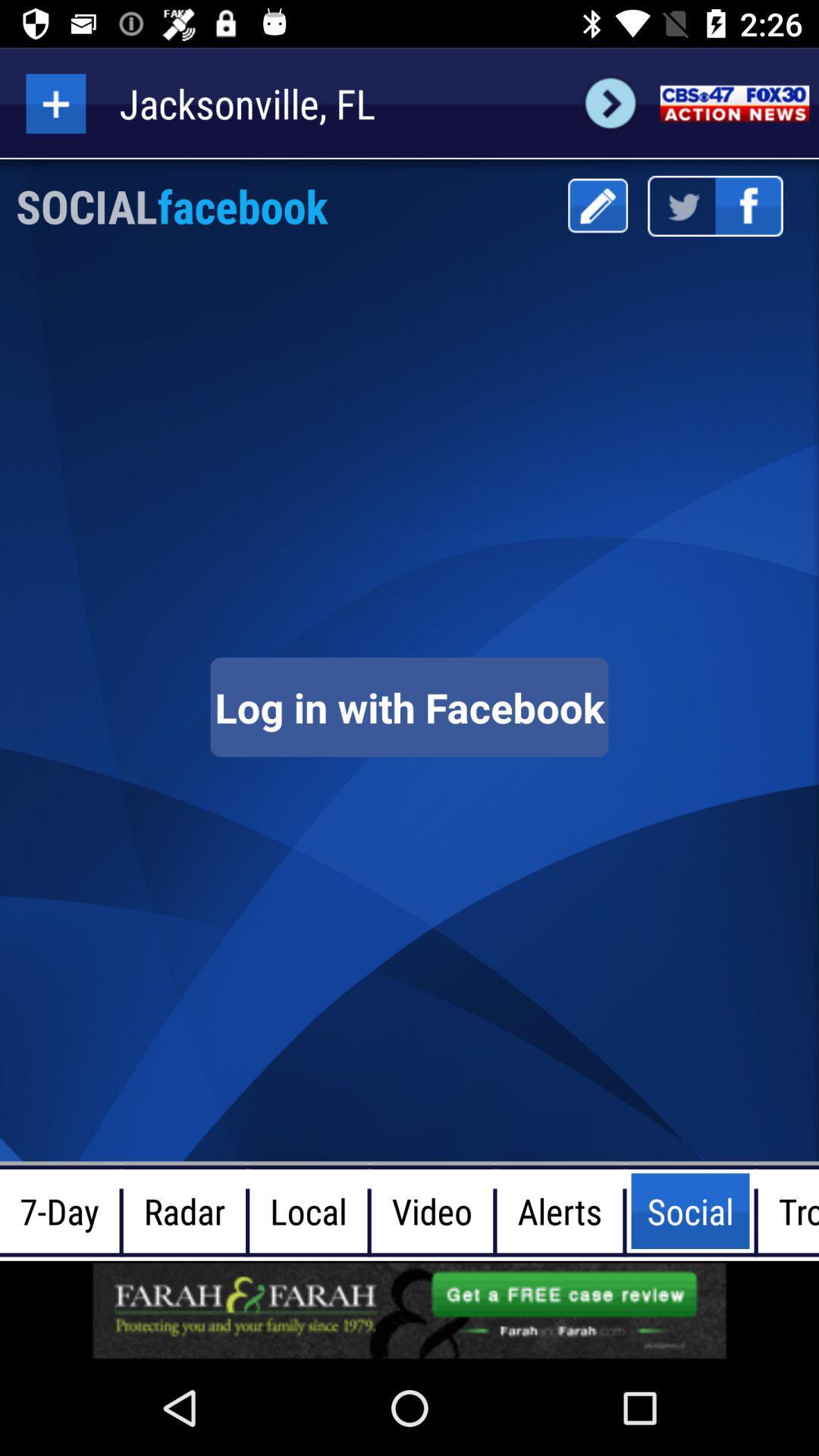 The height and width of the screenshot is (1456, 819). What do you see at coordinates (610, 102) in the screenshot?
I see `the arrow_forward icon` at bounding box center [610, 102].